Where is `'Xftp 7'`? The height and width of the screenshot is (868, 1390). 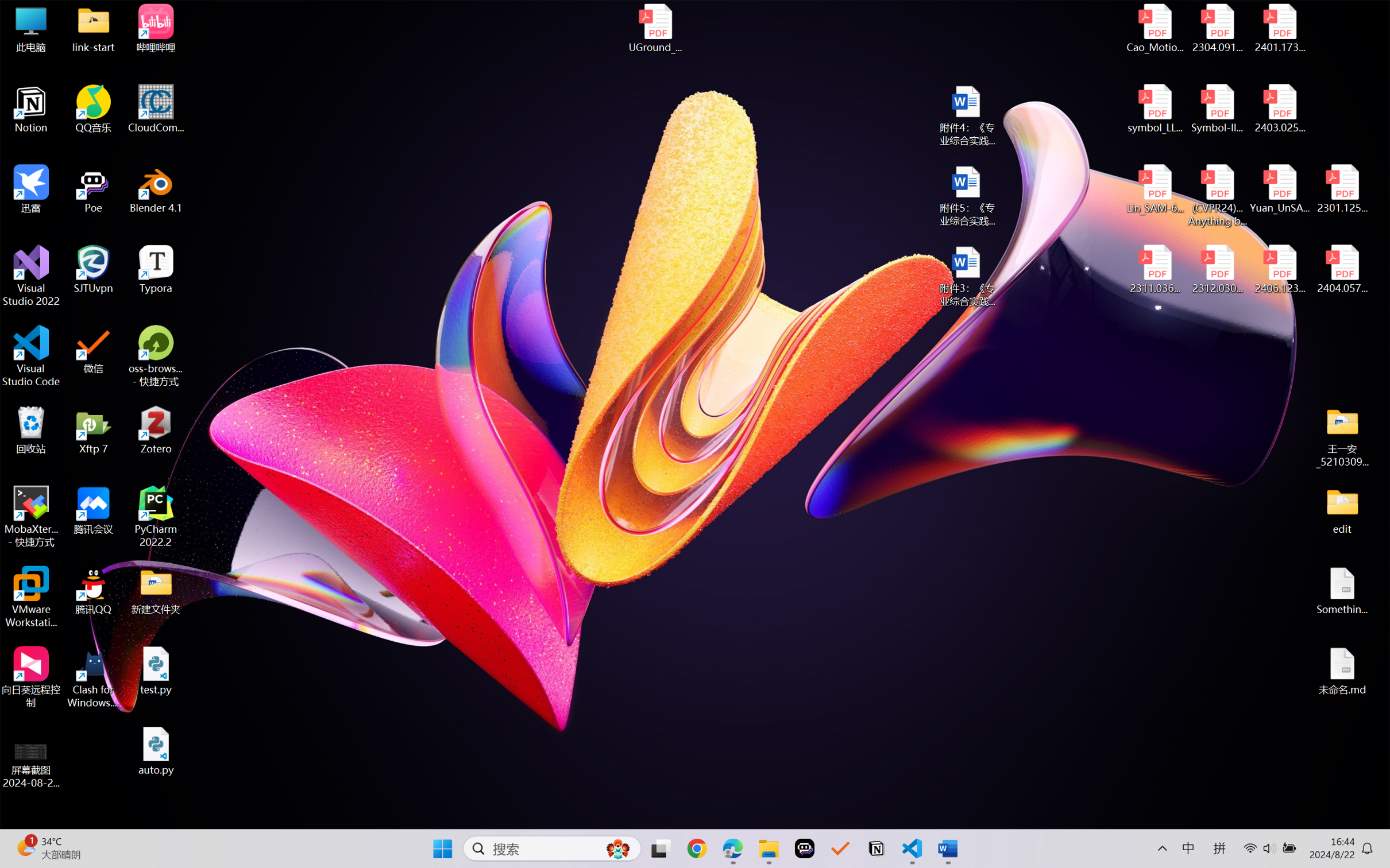
'Xftp 7' is located at coordinates (94, 429).